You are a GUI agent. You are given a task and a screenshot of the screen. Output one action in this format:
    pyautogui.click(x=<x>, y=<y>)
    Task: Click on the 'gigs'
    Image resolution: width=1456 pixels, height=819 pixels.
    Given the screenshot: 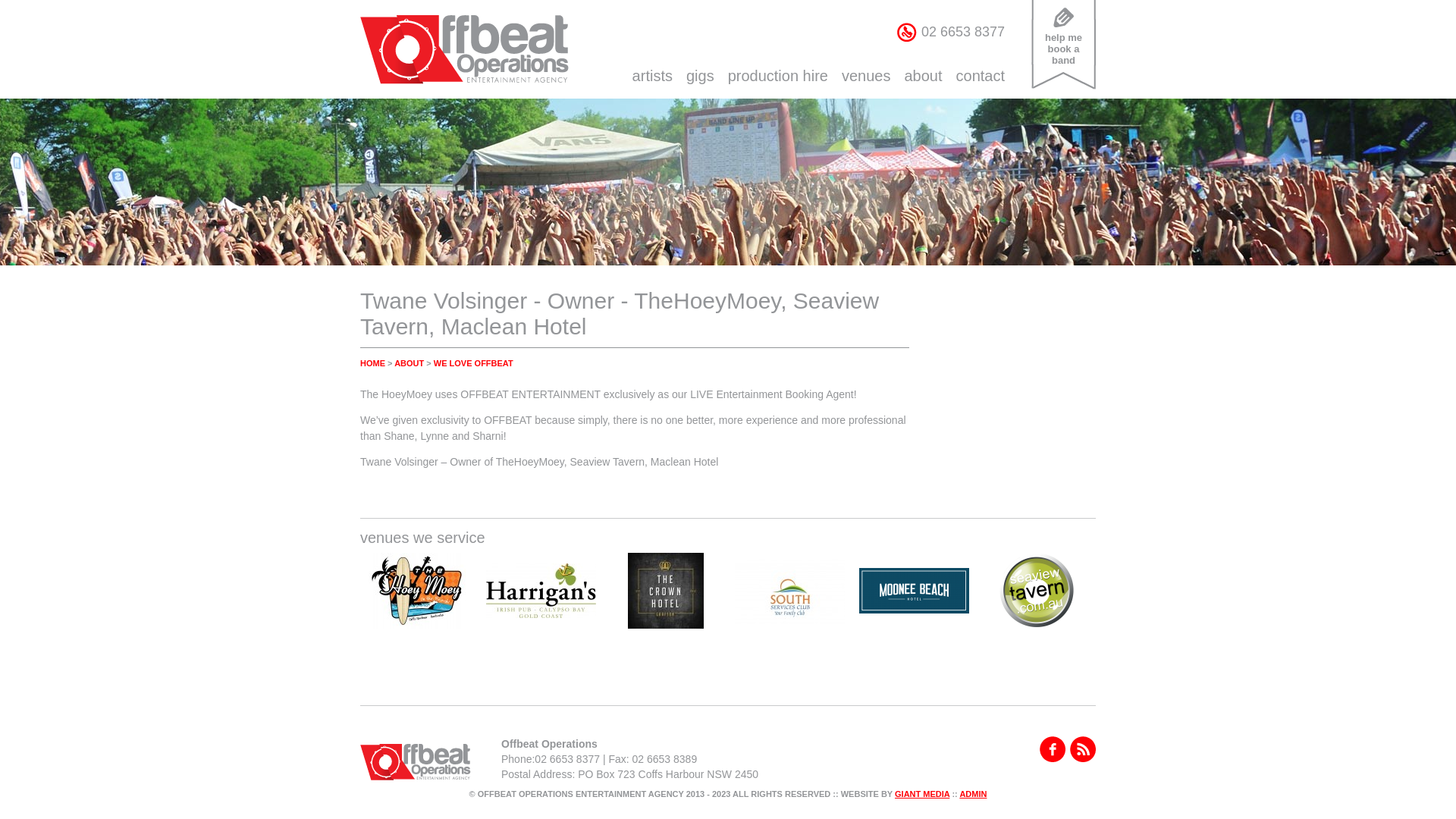 What is the action you would take?
    pyautogui.click(x=699, y=76)
    